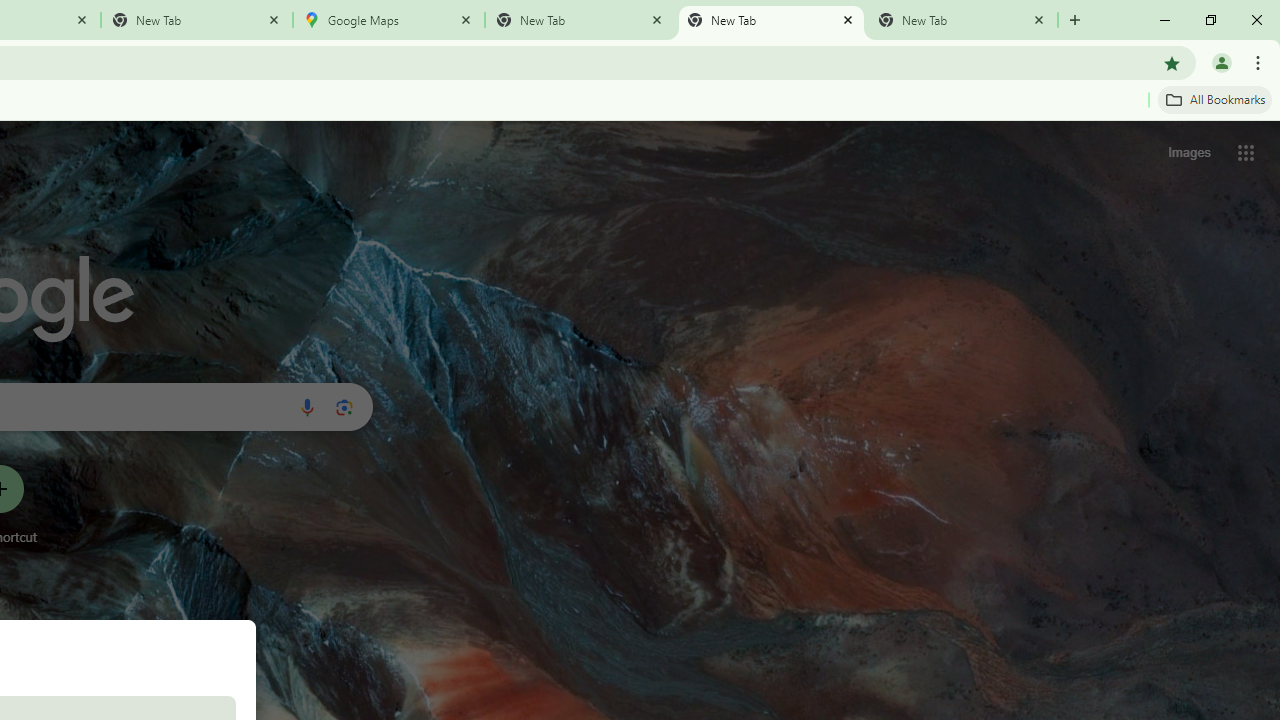 This screenshot has height=720, width=1280. I want to click on 'New Tab', so click(197, 20).